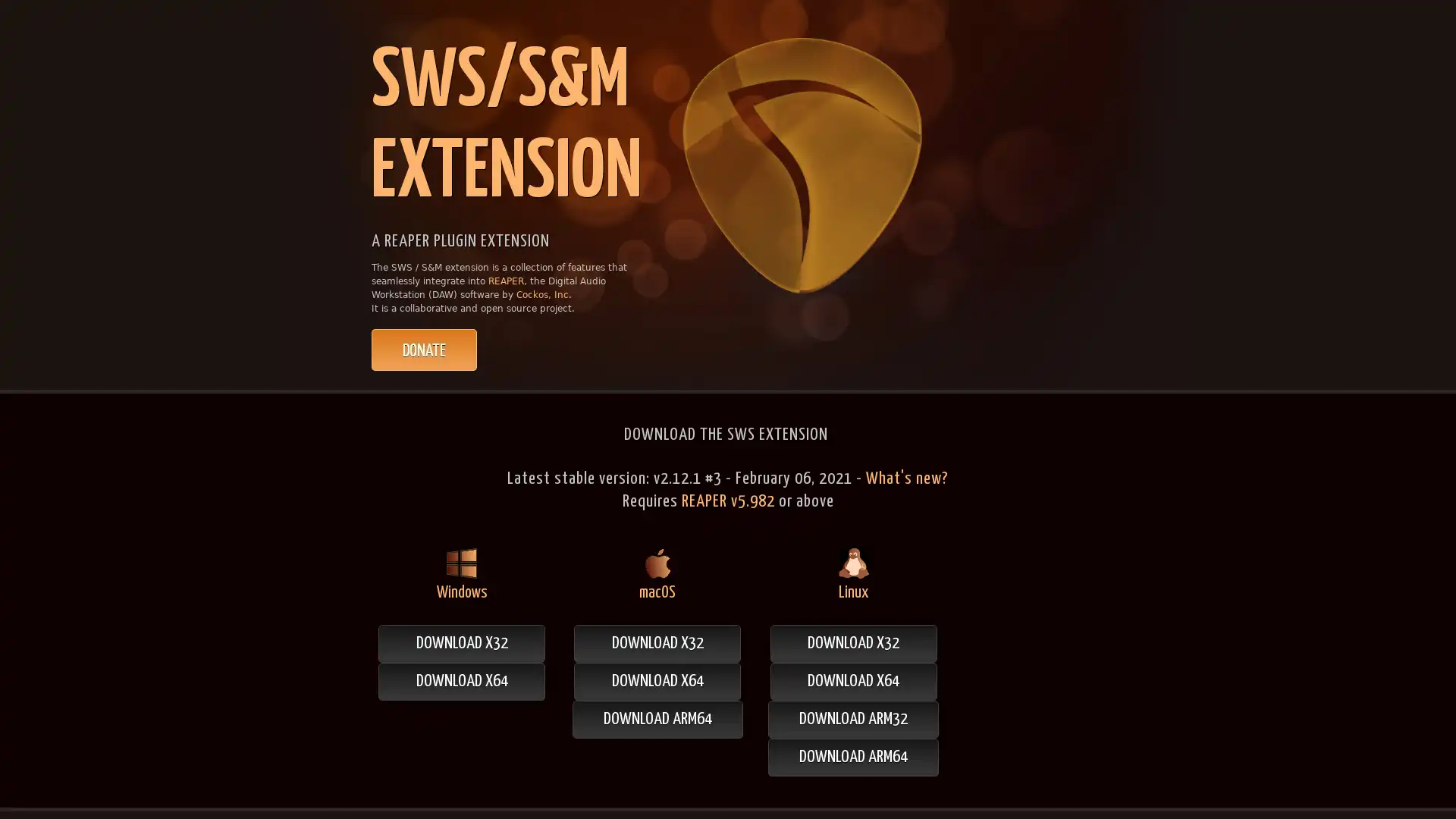 The width and height of the screenshot is (1456, 819). I want to click on DOWNLOAD X32, so click(728, 643).